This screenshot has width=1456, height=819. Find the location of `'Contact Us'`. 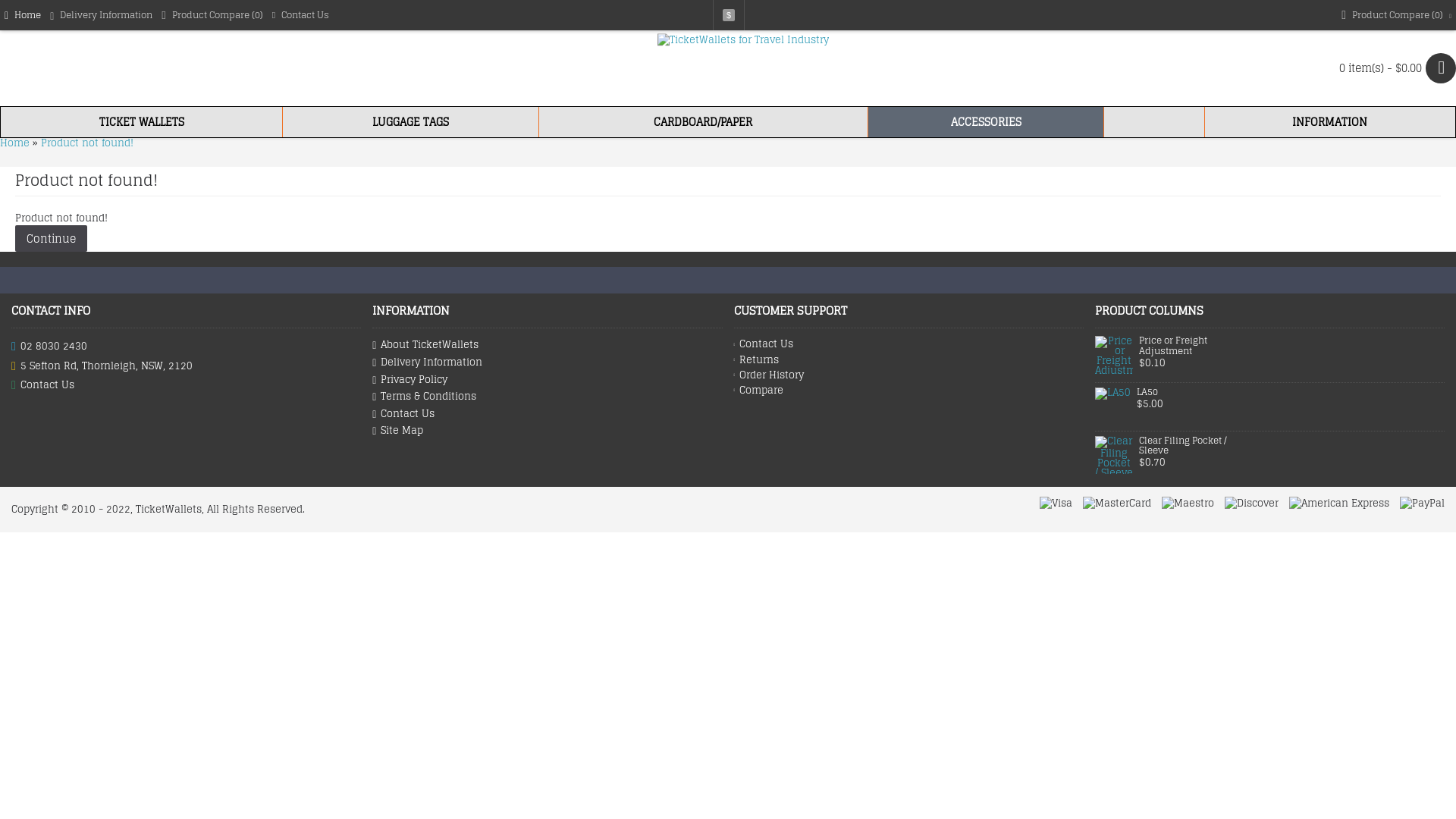

'Contact Us' is located at coordinates (268, 14).